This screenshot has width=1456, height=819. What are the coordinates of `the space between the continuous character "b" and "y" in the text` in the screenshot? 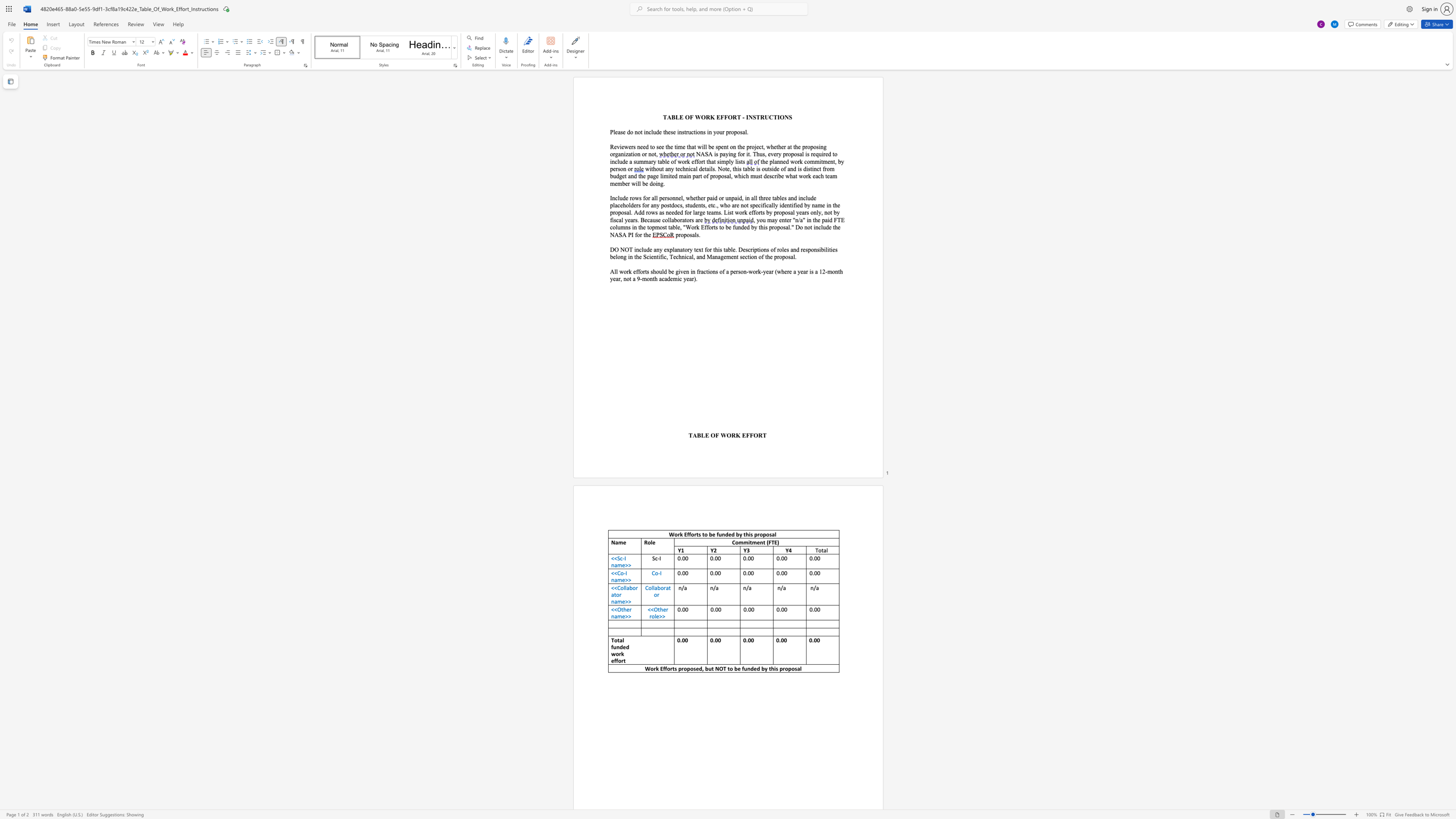 It's located at (840, 161).